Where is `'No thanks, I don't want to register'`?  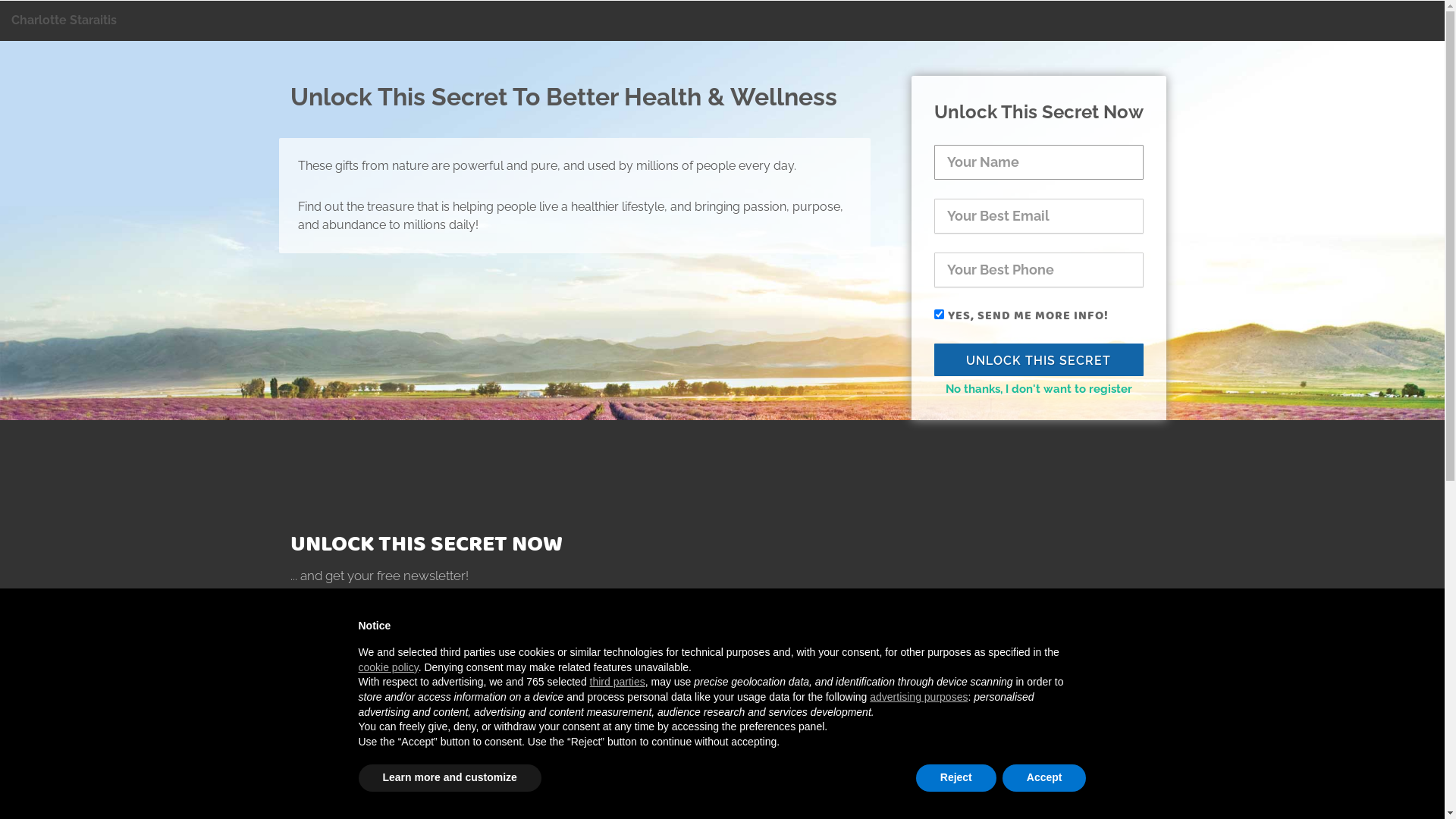 'No thanks, I don't want to register' is located at coordinates (1037, 388).